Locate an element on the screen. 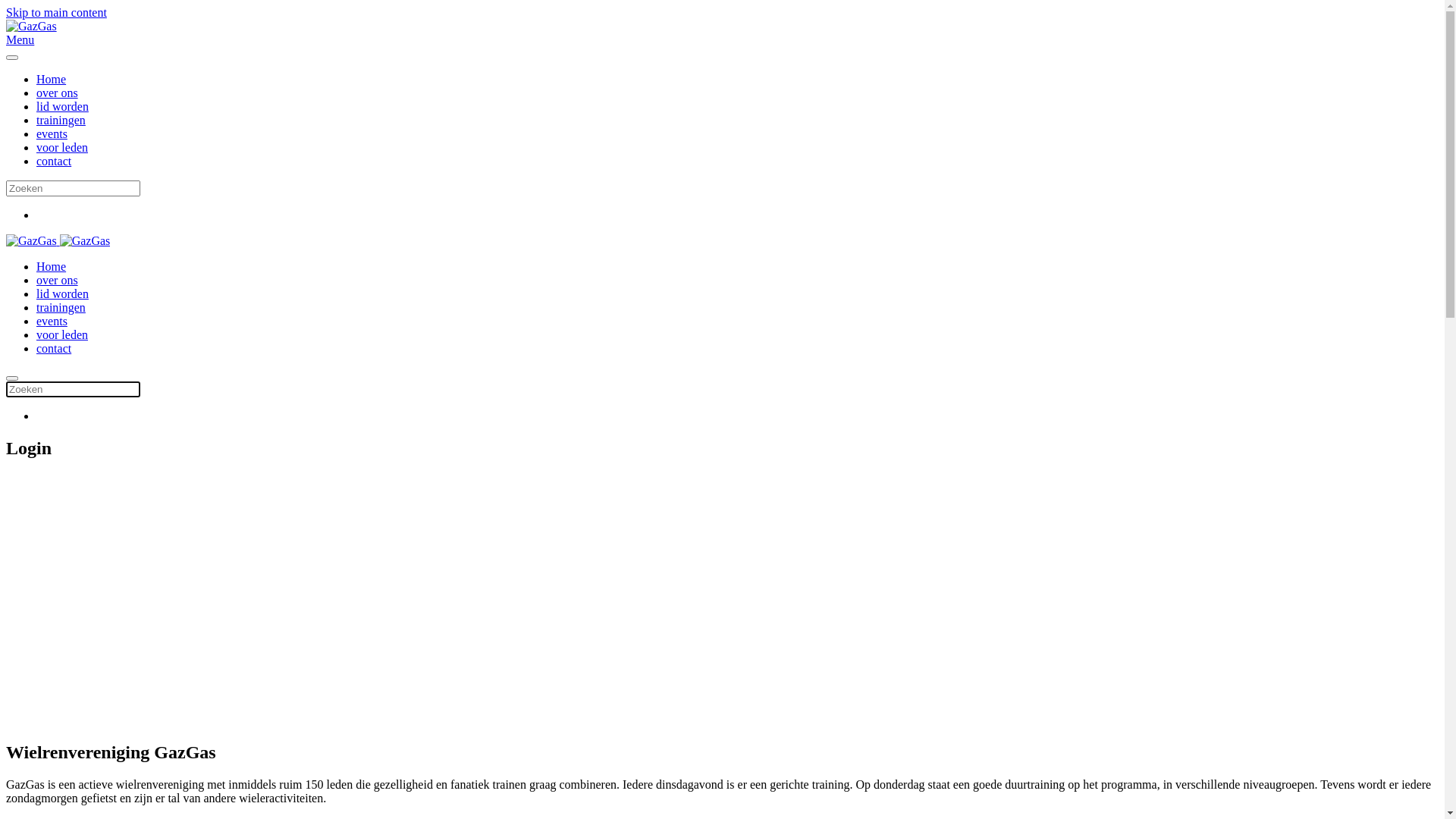 This screenshot has height=819, width=1456. 'contact' is located at coordinates (54, 348).